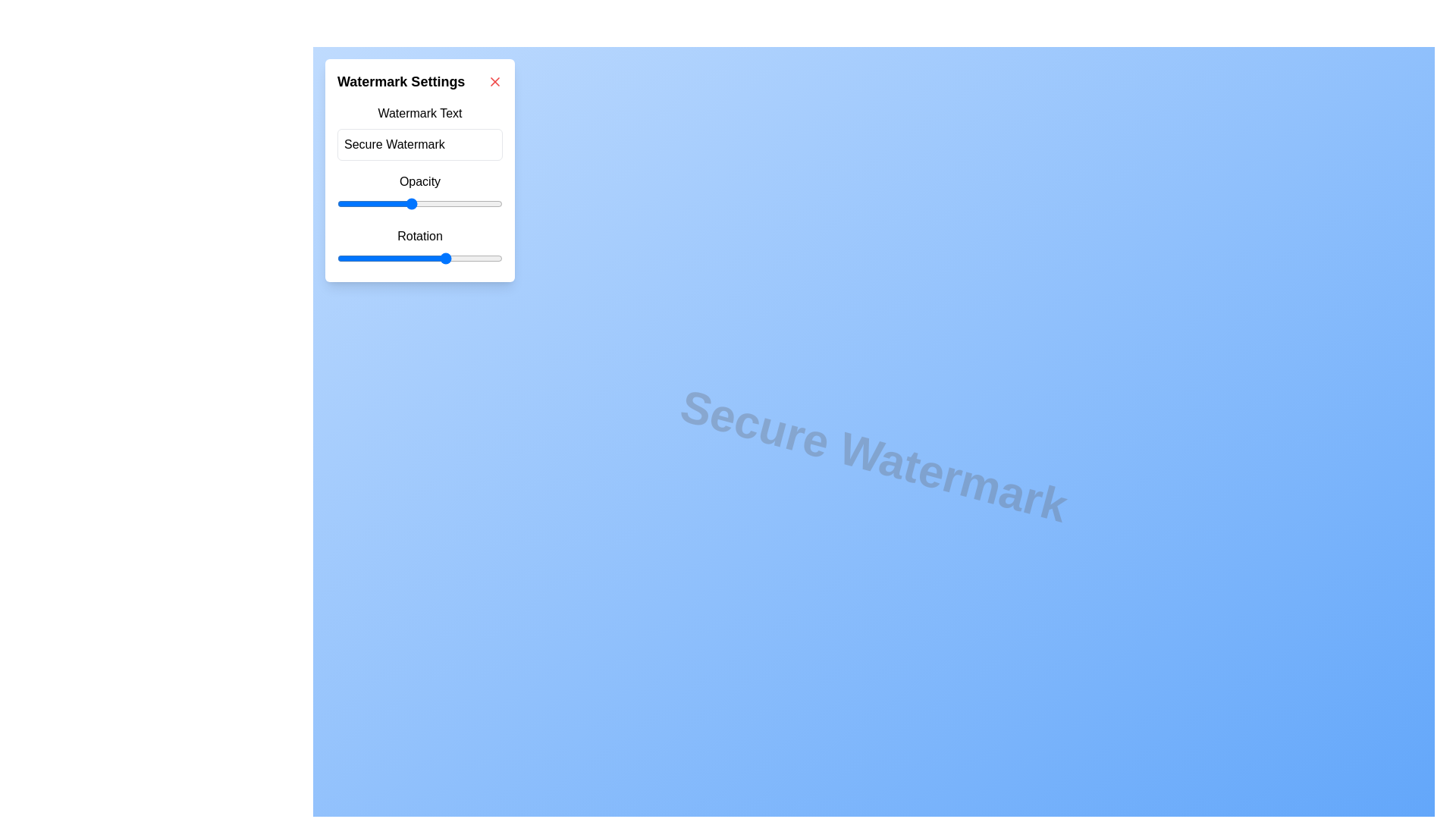 The width and height of the screenshot is (1456, 819). I want to click on the rotation value, so click(391, 257).